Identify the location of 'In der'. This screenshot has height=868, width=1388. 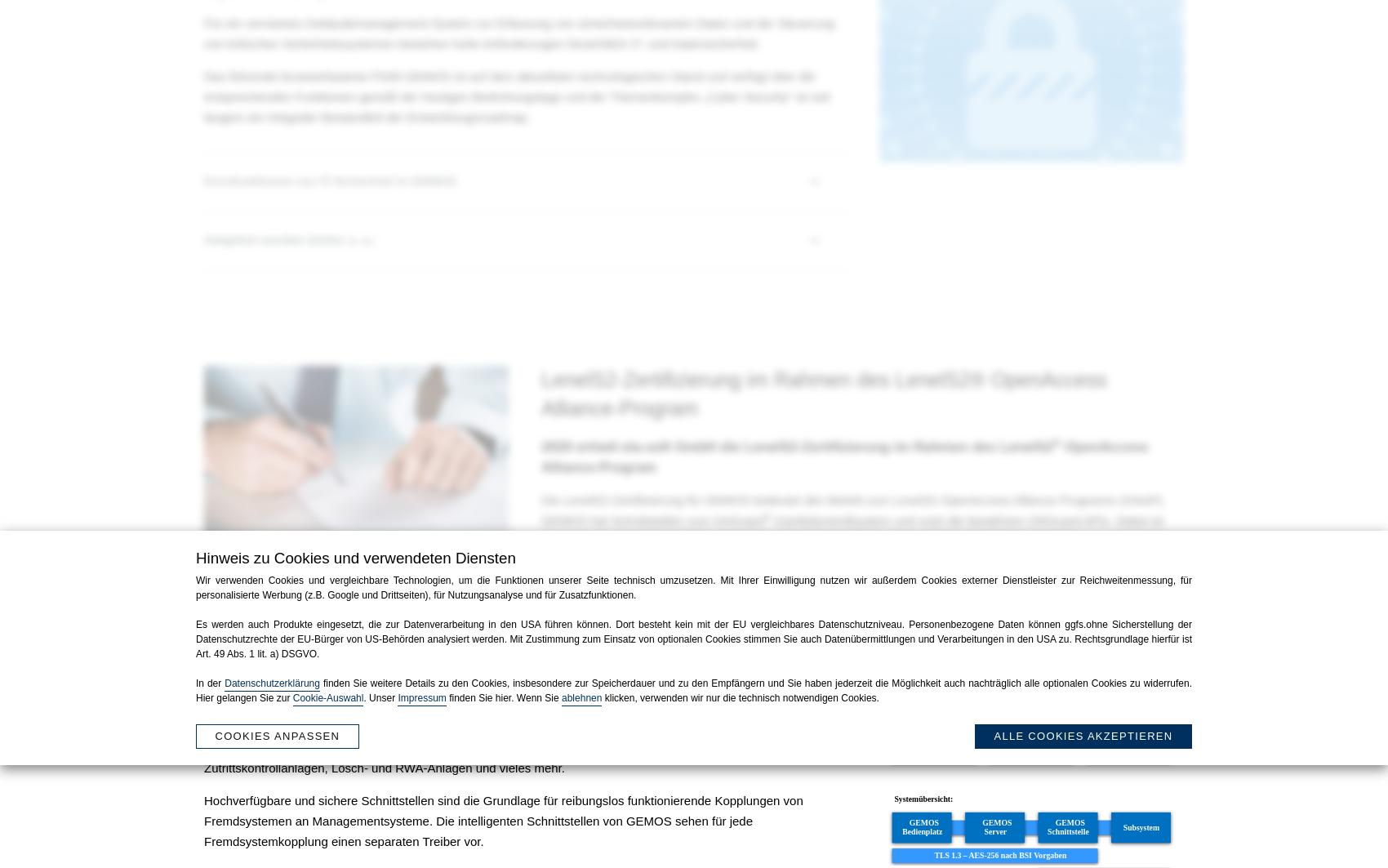
(210, 683).